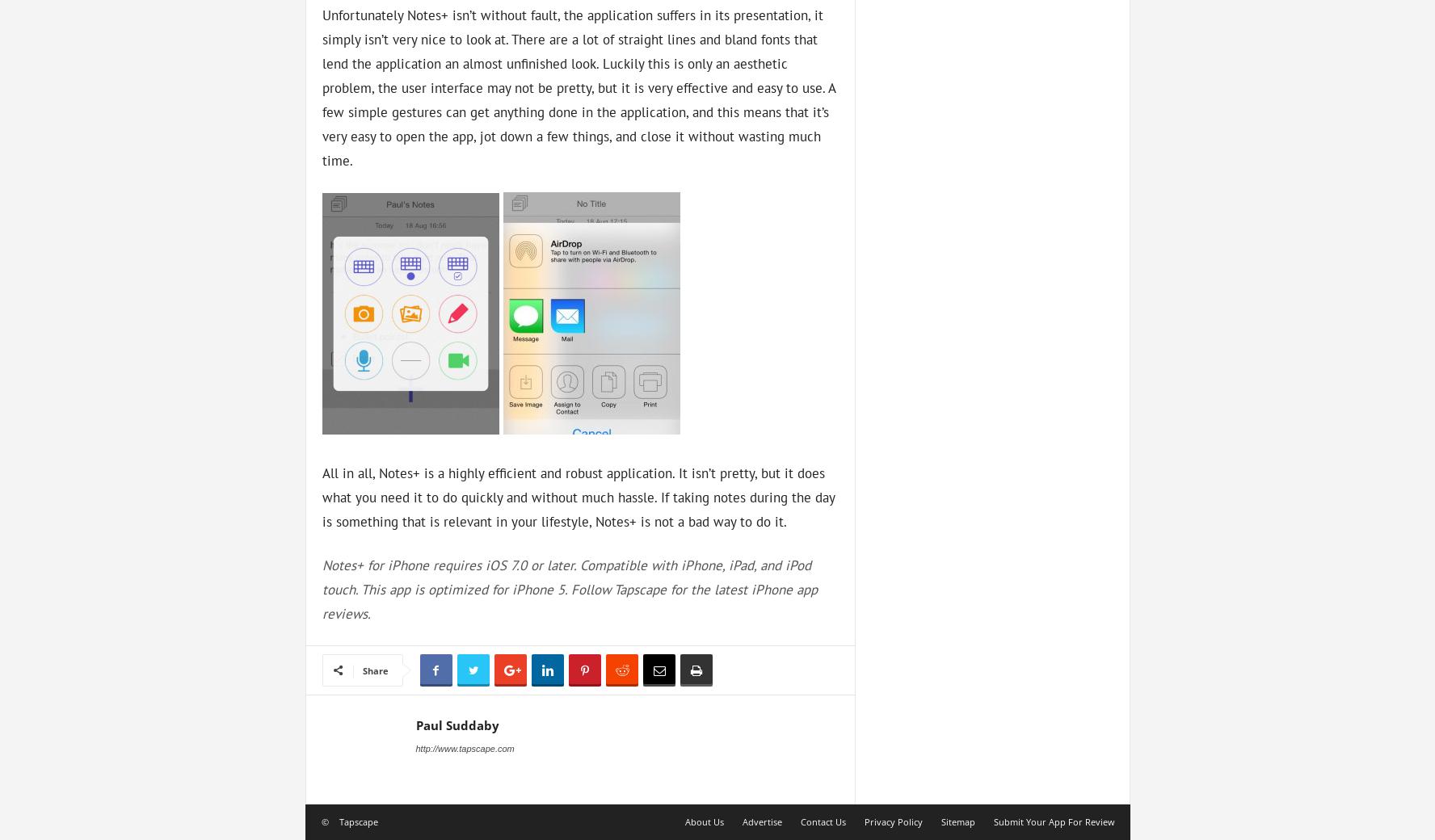 Image resolution: width=1435 pixels, height=840 pixels. Describe the element at coordinates (457, 722) in the screenshot. I see `'Paul Suddaby'` at that location.